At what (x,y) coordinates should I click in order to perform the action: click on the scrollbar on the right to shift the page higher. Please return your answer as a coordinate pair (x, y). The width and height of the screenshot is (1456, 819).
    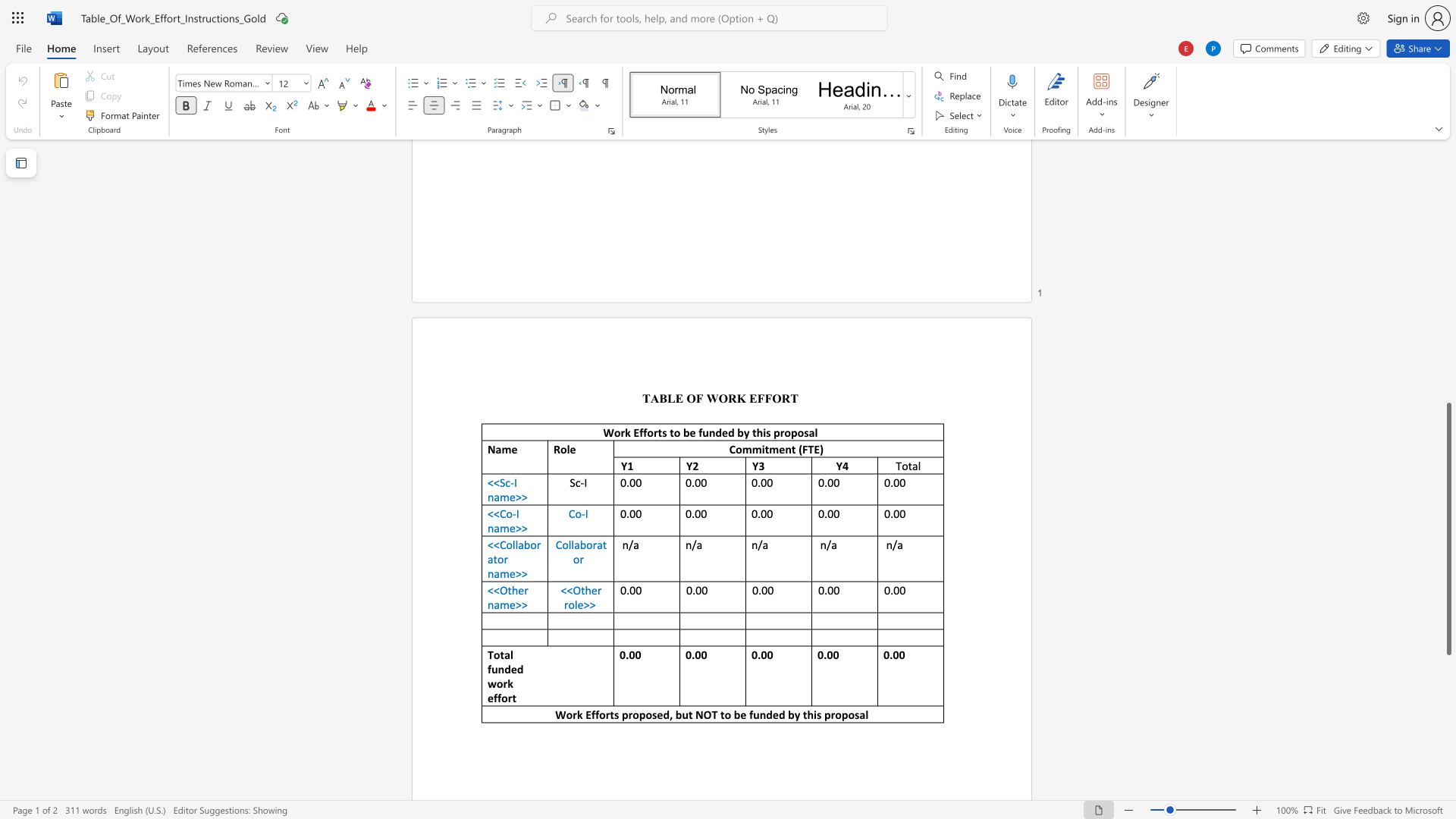
    Looking at the image, I should click on (1448, 174).